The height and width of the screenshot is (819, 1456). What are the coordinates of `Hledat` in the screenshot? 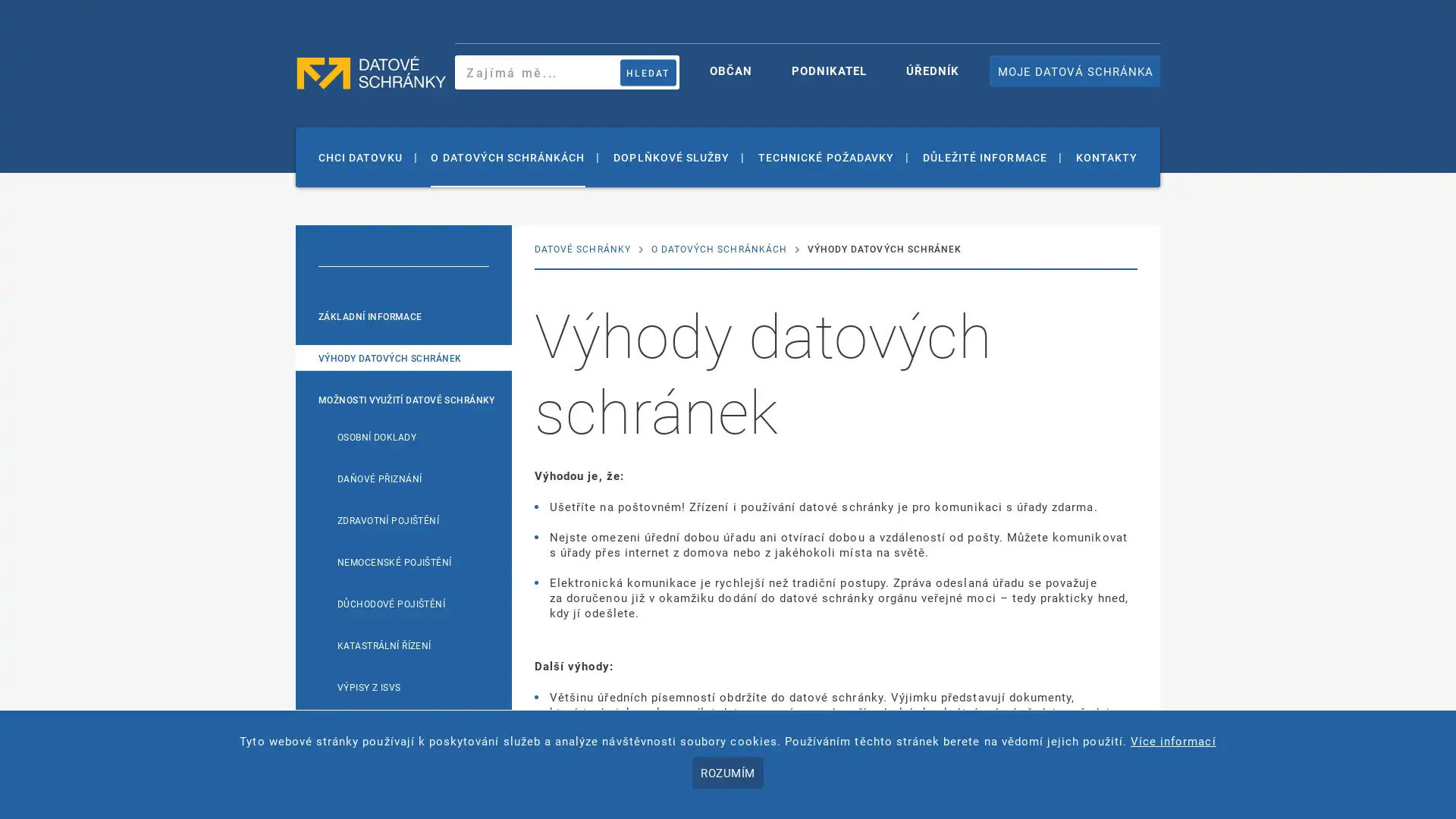 It's located at (648, 72).